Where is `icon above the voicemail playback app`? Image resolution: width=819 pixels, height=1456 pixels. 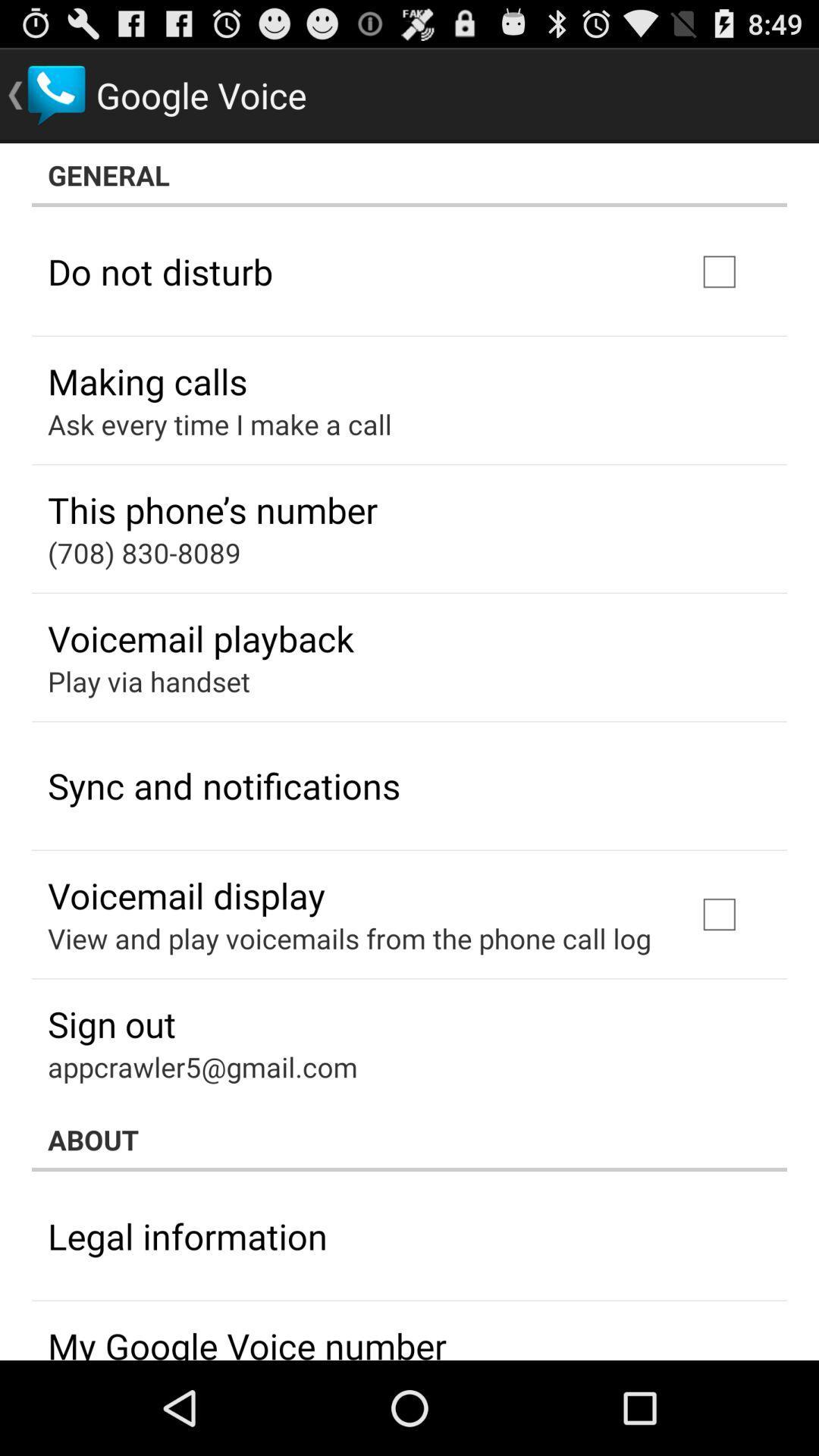 icon above the voicemail playback app is located at coordinates (144, 552).